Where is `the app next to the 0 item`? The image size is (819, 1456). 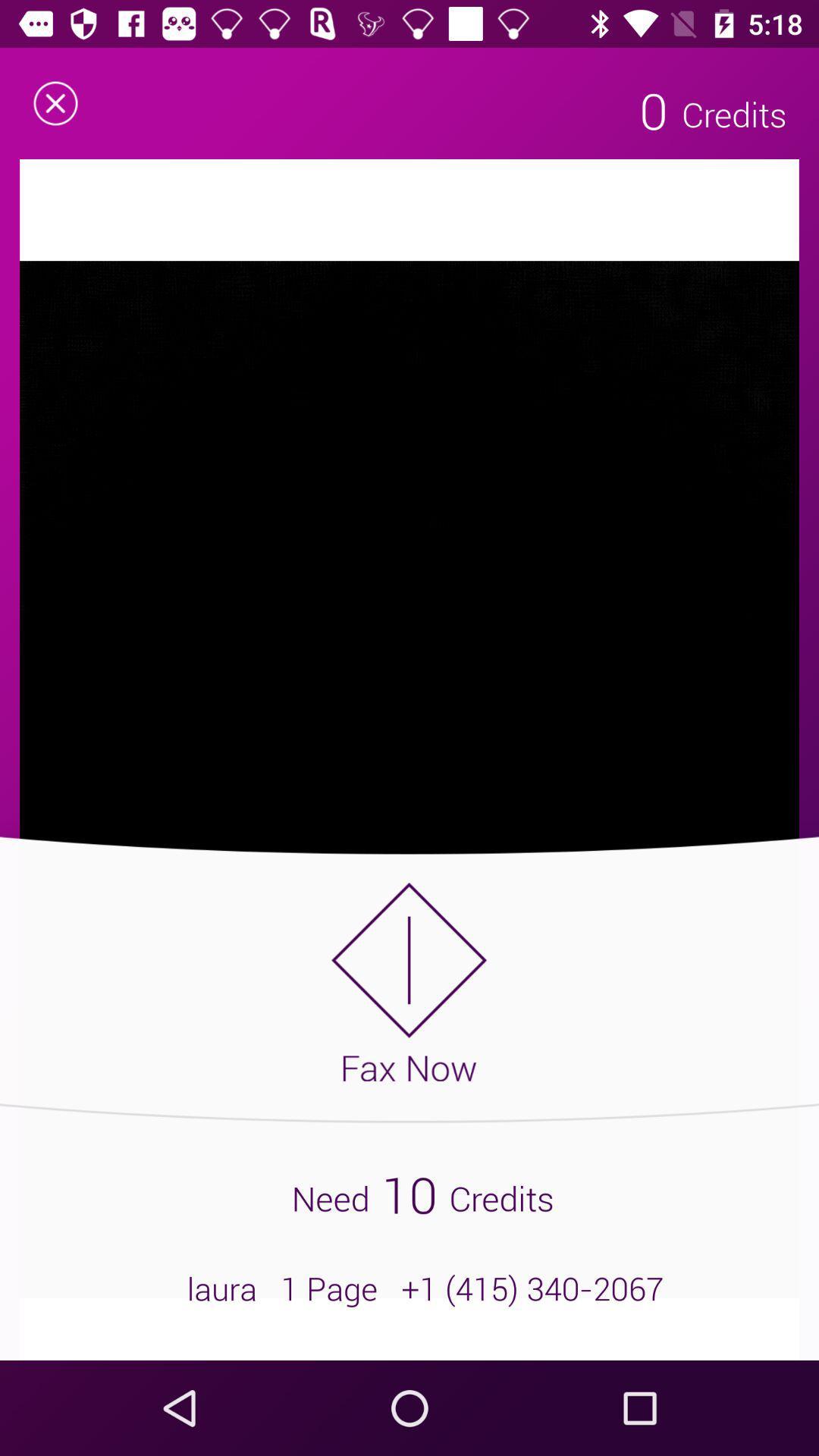 the app next to the 0 item is located at coordinates (55, 102).